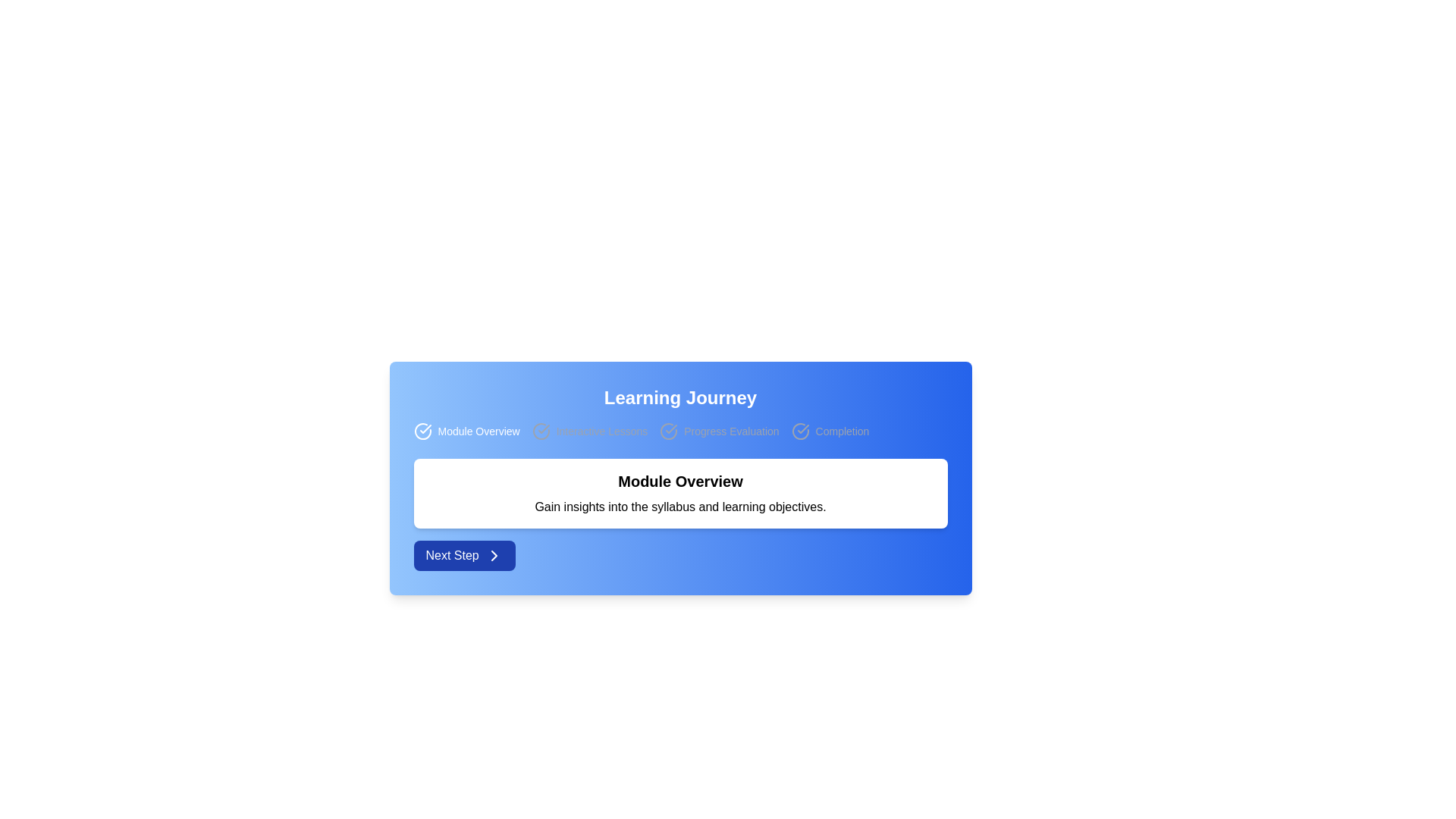 This screenshot has height=819, width=1456. I want to click on the visual state of the 'Module Overview' icon located at the top-left corner of the blue card layout, which represents the completion or selection of a module, so click(422, 431).